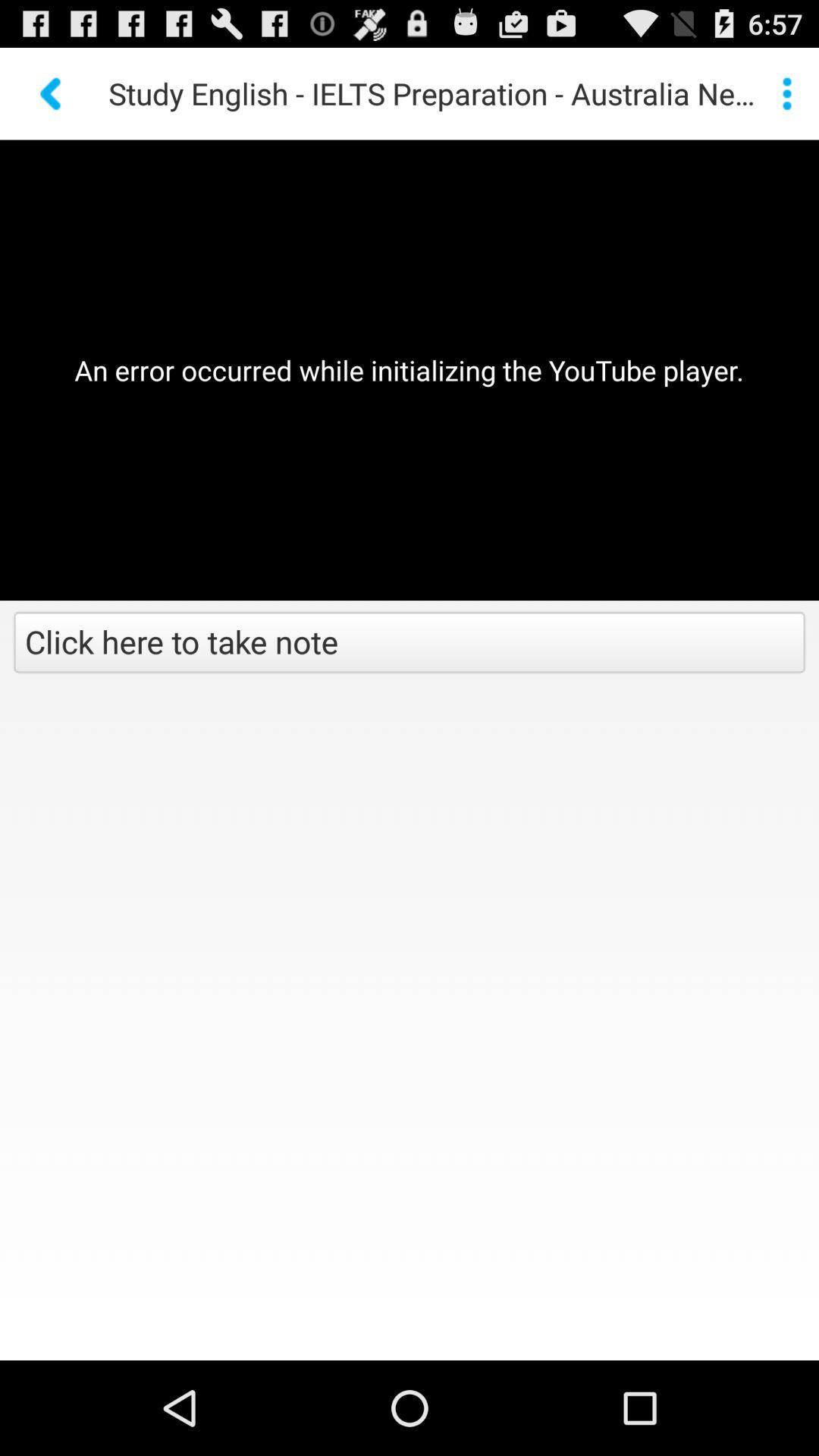  What do you see at coordinates (52, 93) in the screenshot?
I see `go back` at bounding box center [52, 93].